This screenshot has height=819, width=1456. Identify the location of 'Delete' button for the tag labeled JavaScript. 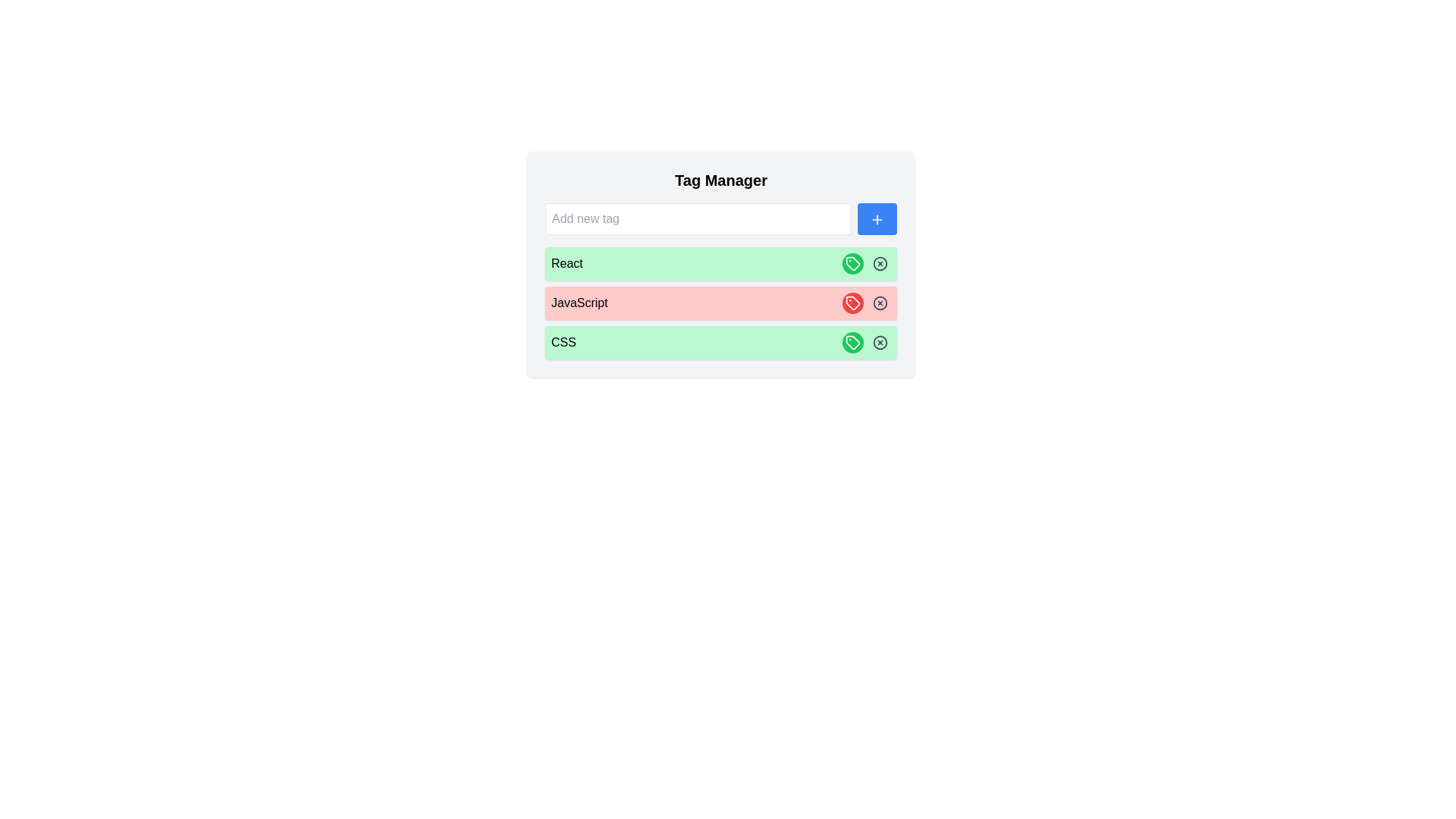
(880, 303).